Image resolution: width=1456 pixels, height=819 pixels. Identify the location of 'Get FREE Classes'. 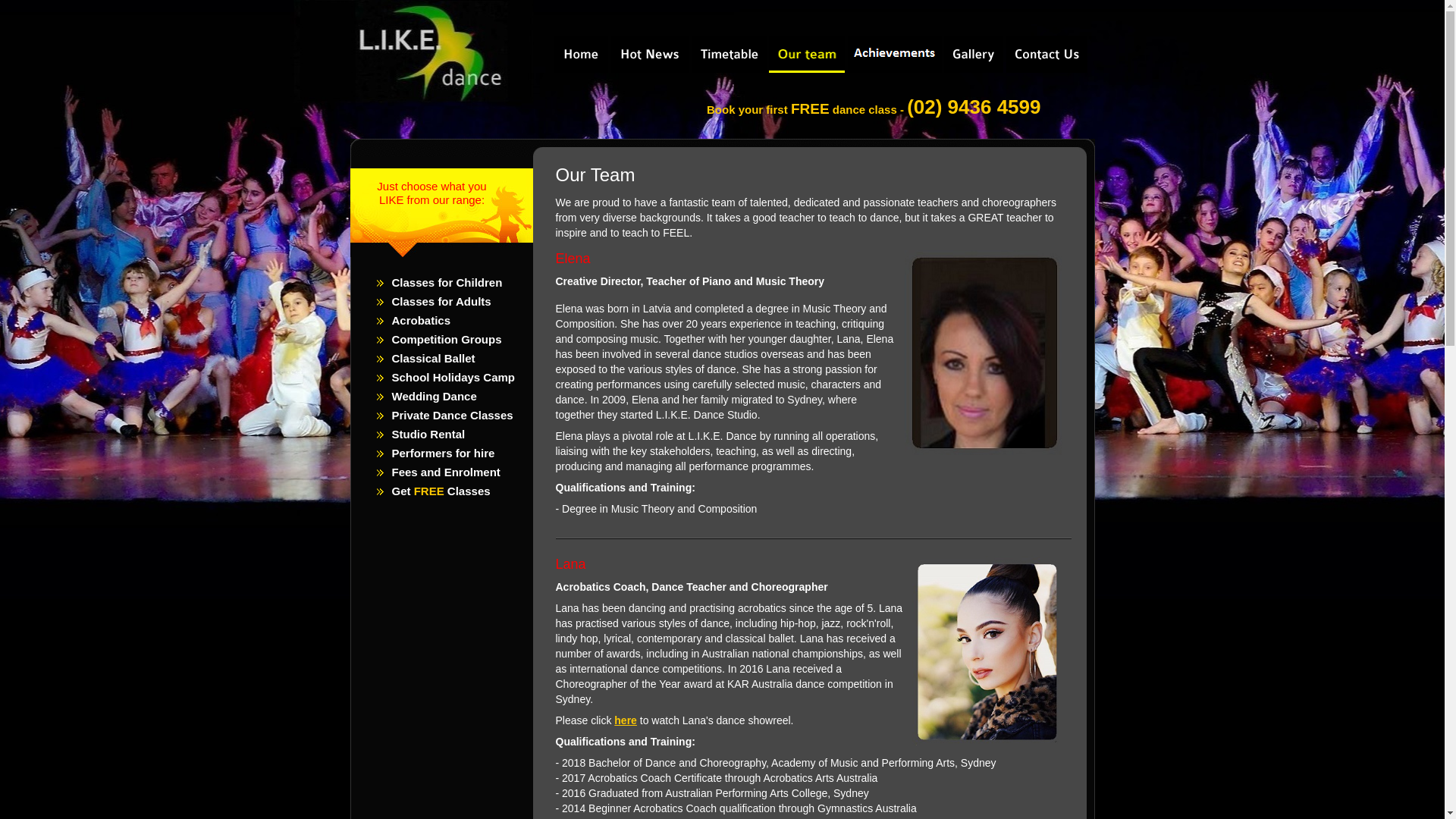
(439, 491).